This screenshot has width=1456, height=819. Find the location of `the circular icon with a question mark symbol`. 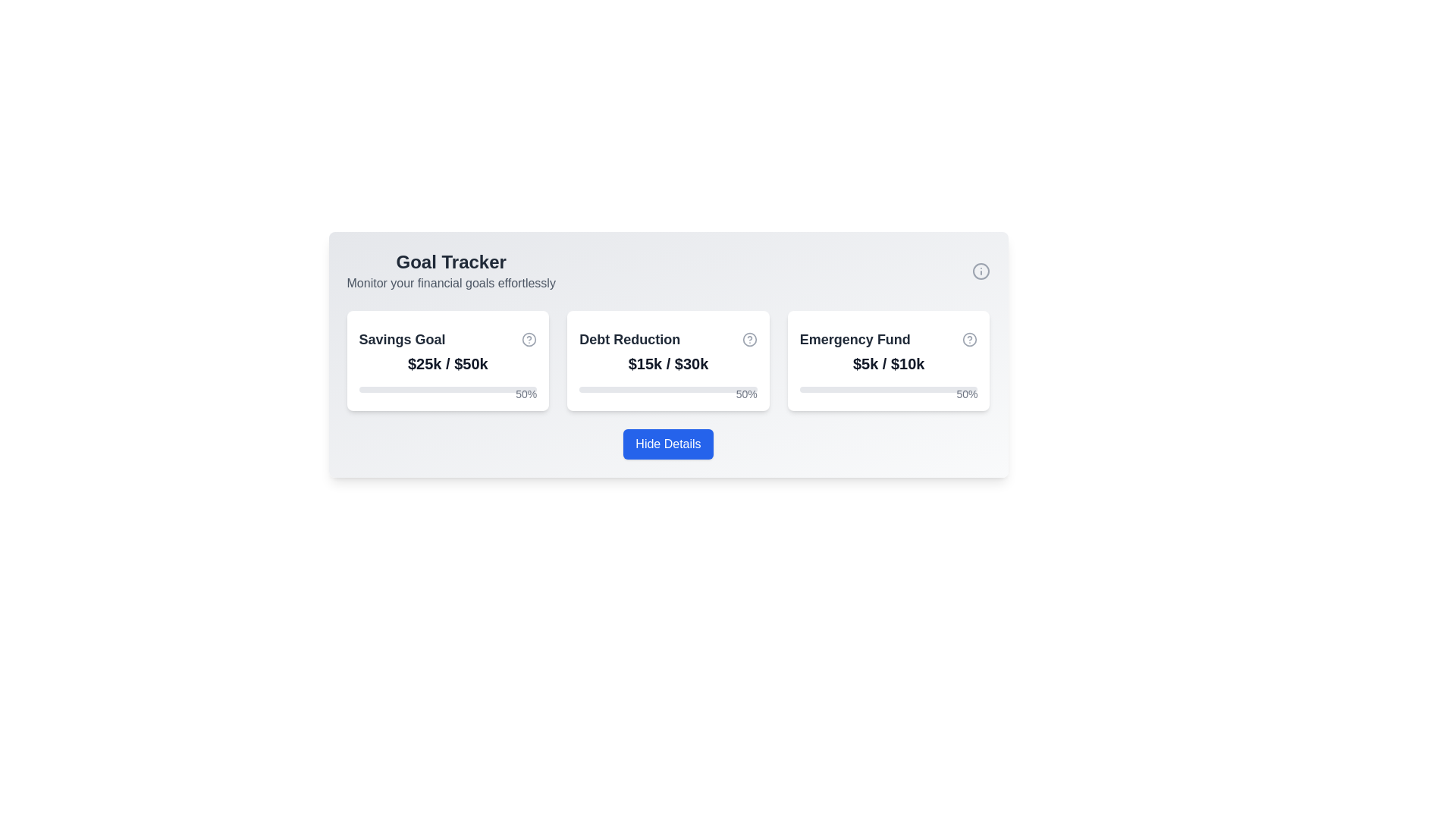

the circular icon with a question mark symbol is located at coordinates (529, 338).